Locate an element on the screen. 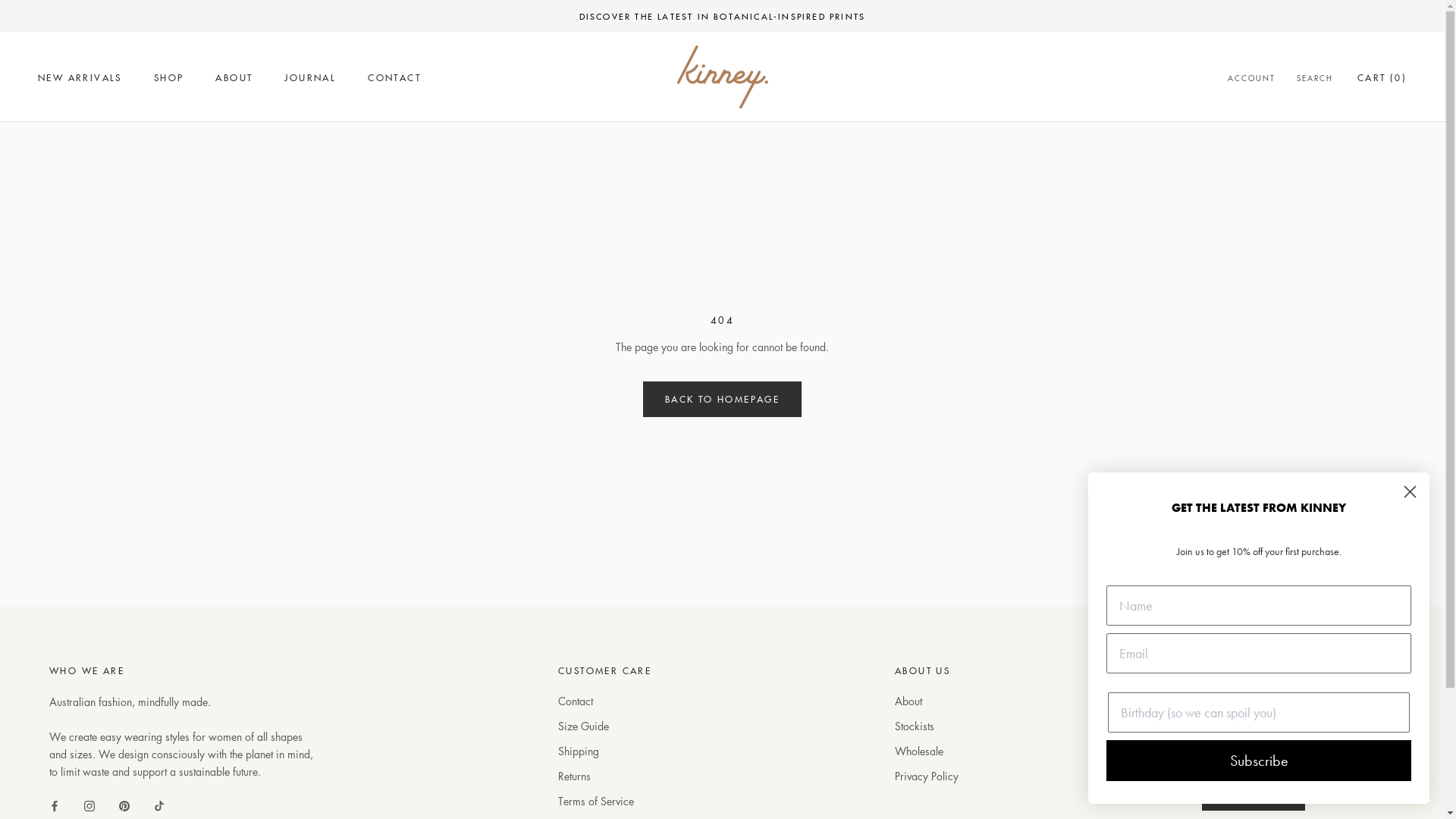  'CART (0)' is located at coordinates (1382, 77).